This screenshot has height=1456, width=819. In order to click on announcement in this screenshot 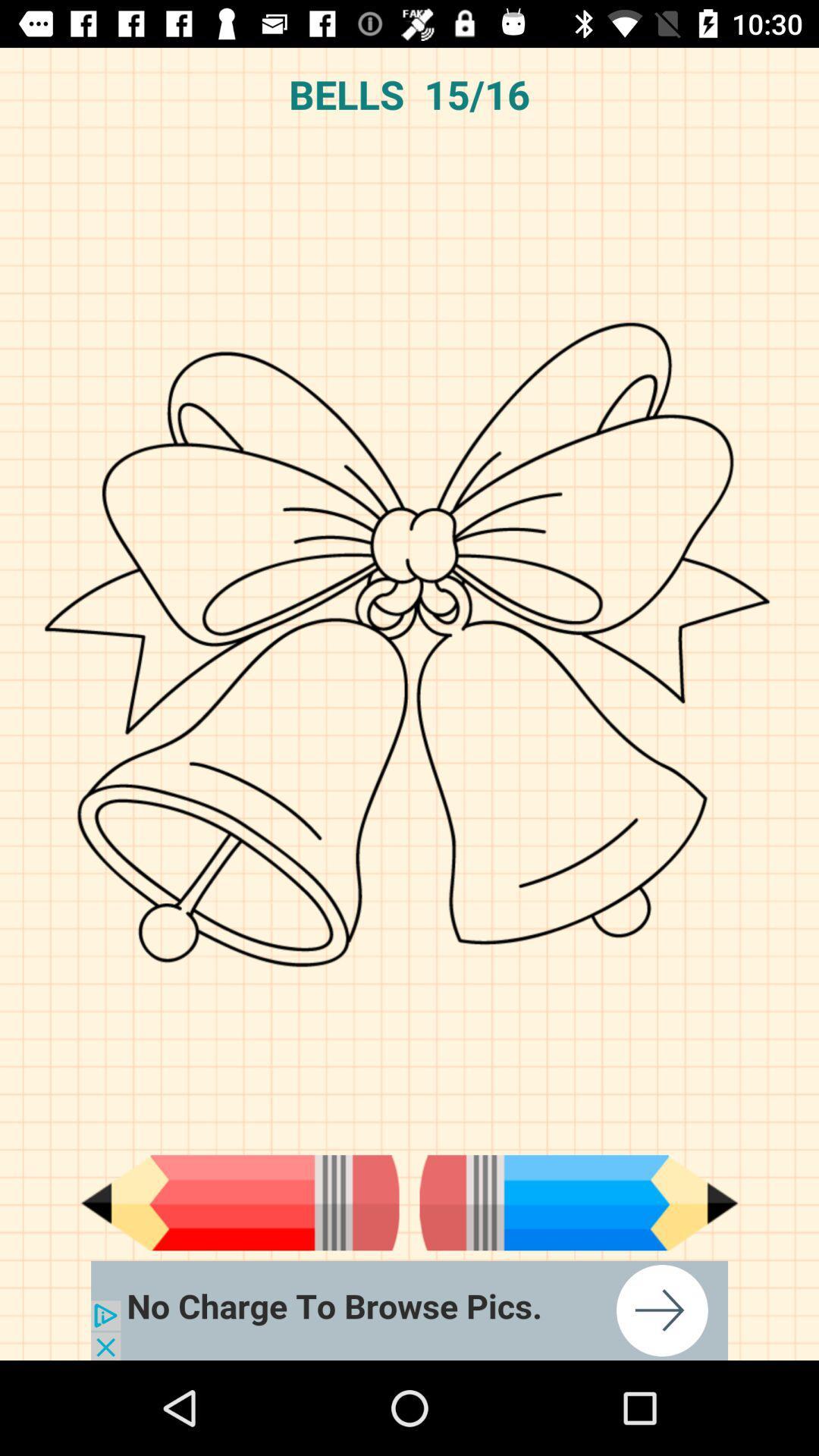, I will do `click(409, 1310)`.